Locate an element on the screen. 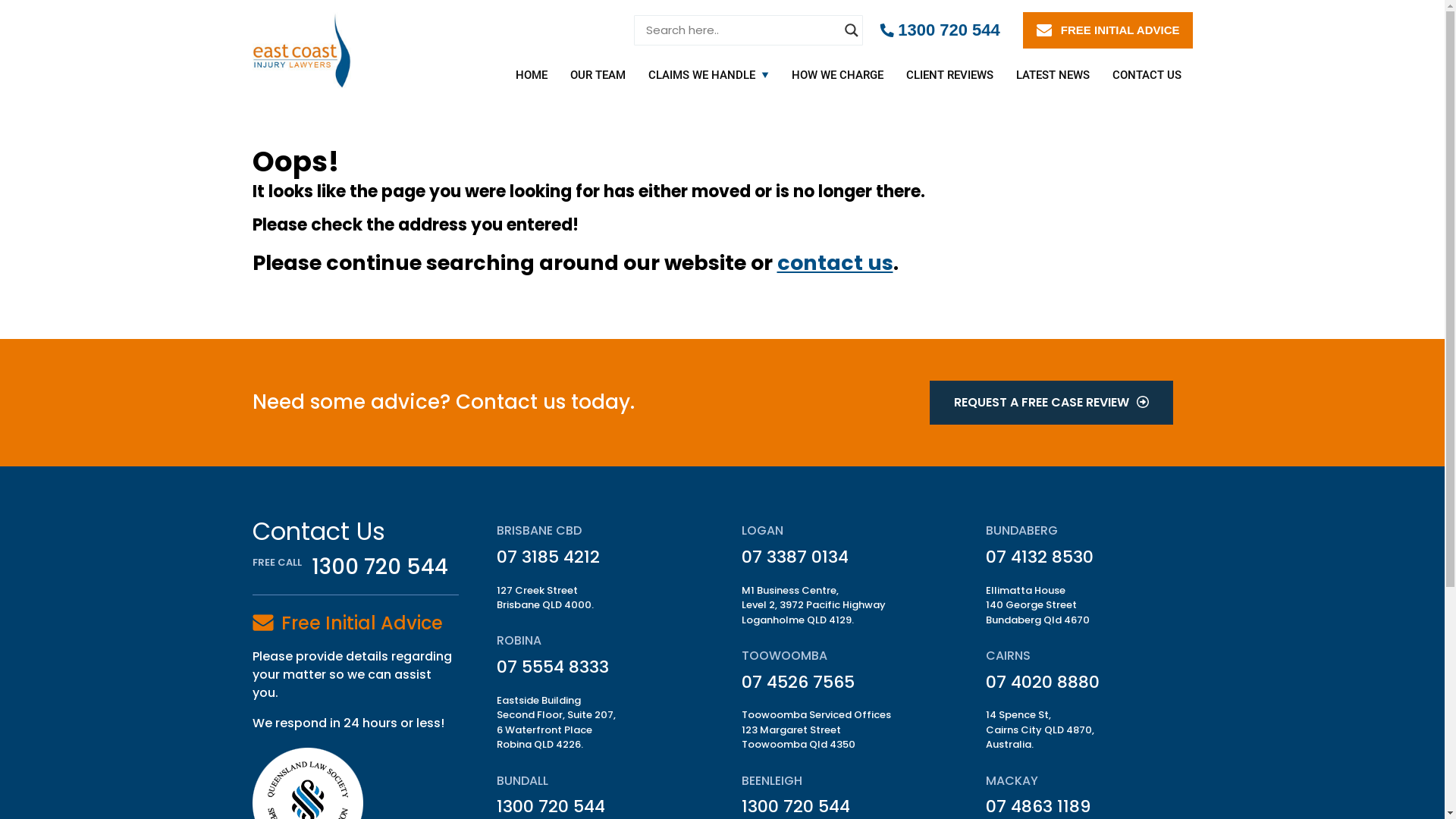  '07 3185 4212' is located at coordinates (548, 557).